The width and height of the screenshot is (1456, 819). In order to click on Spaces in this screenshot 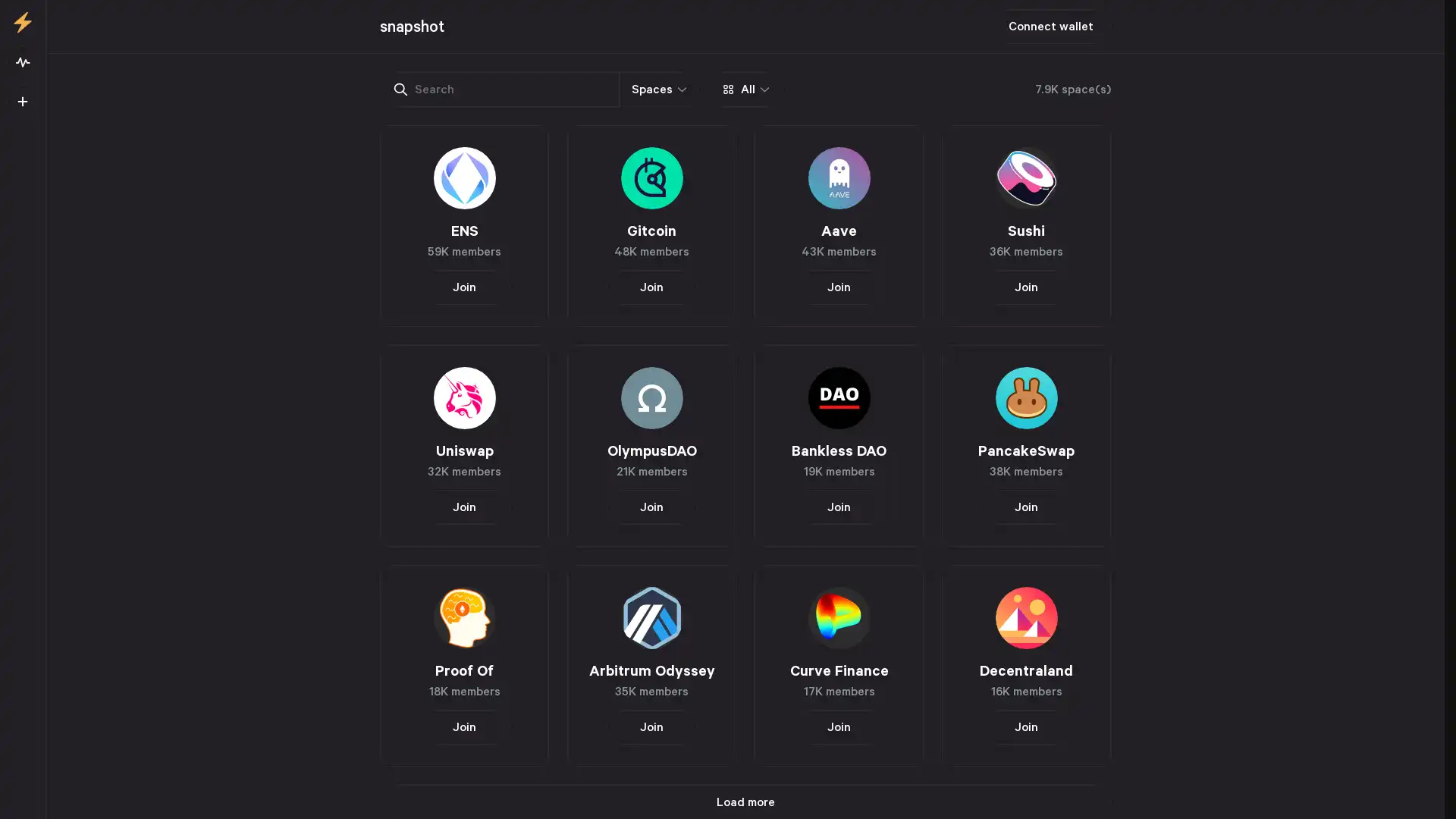, I will do `click(538, 89)`.